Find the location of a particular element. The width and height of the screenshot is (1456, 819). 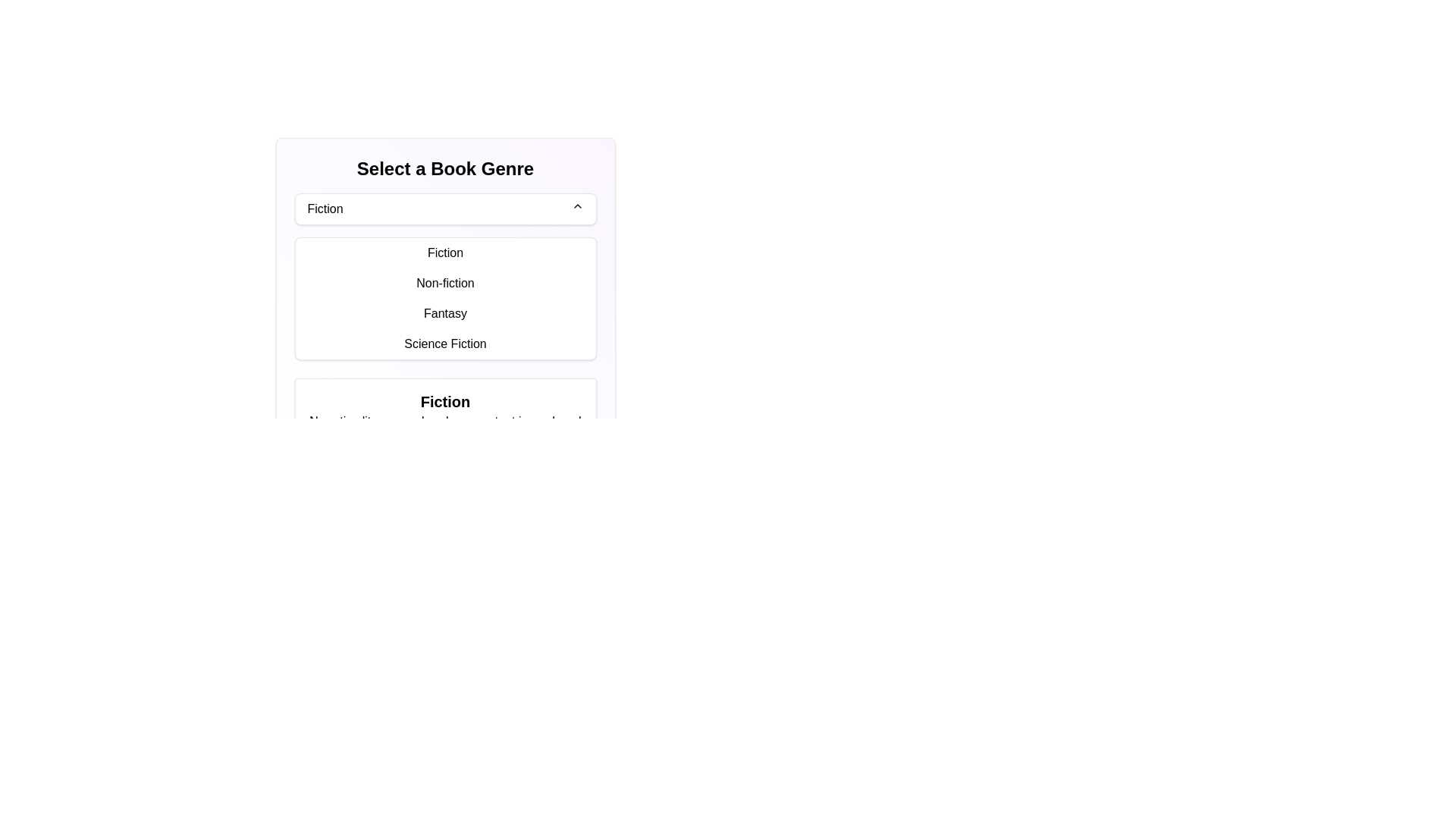

the dropdown button for selecting a book genre located below the title 'Select a Book Genre' is located at coordinates (444, 209).